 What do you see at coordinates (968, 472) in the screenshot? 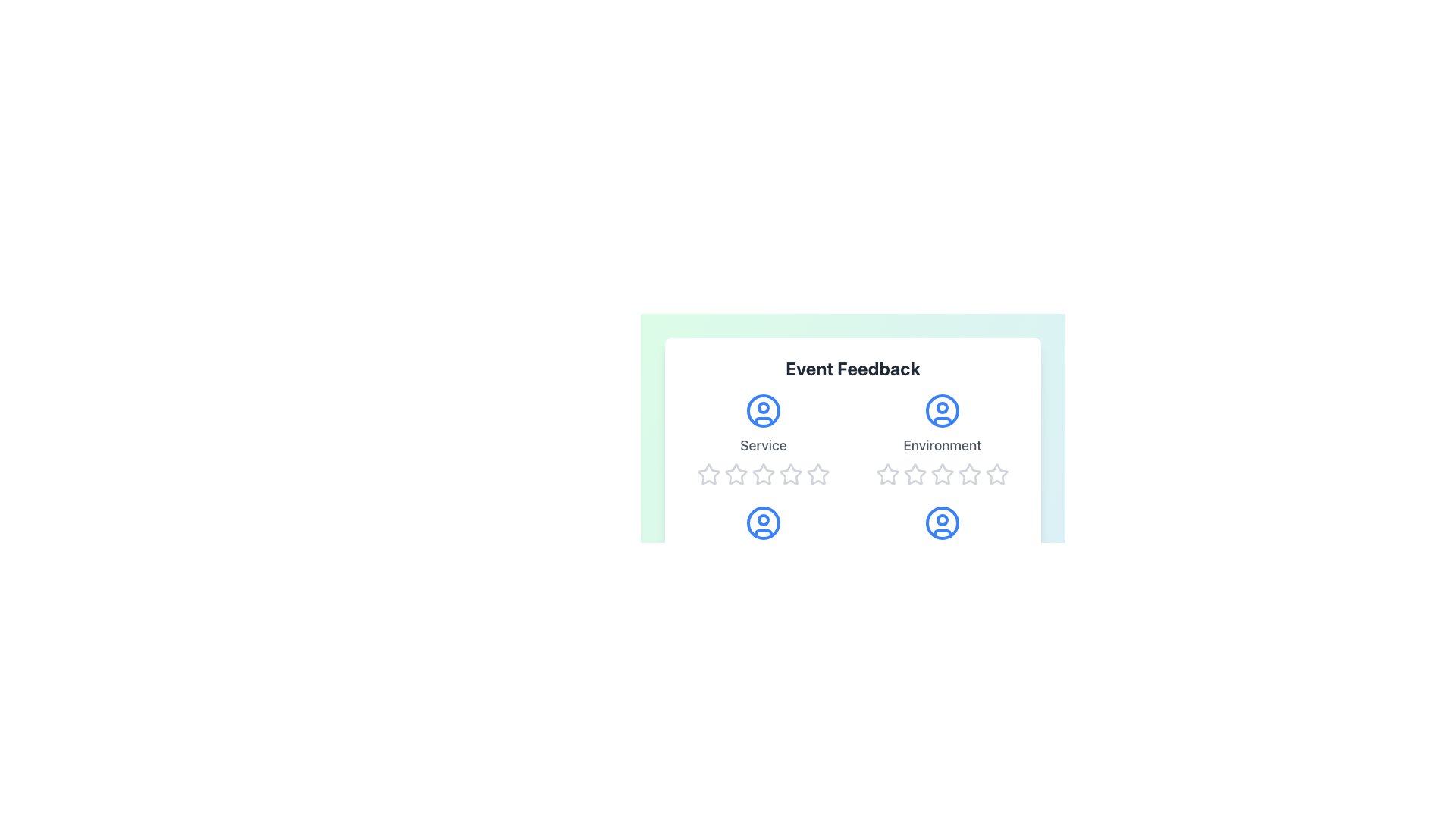
I see `the third star in the row of five stars under the 'Environment' category in the 'Event Feedback' interface to rate it` at bounding box center [968, 472].